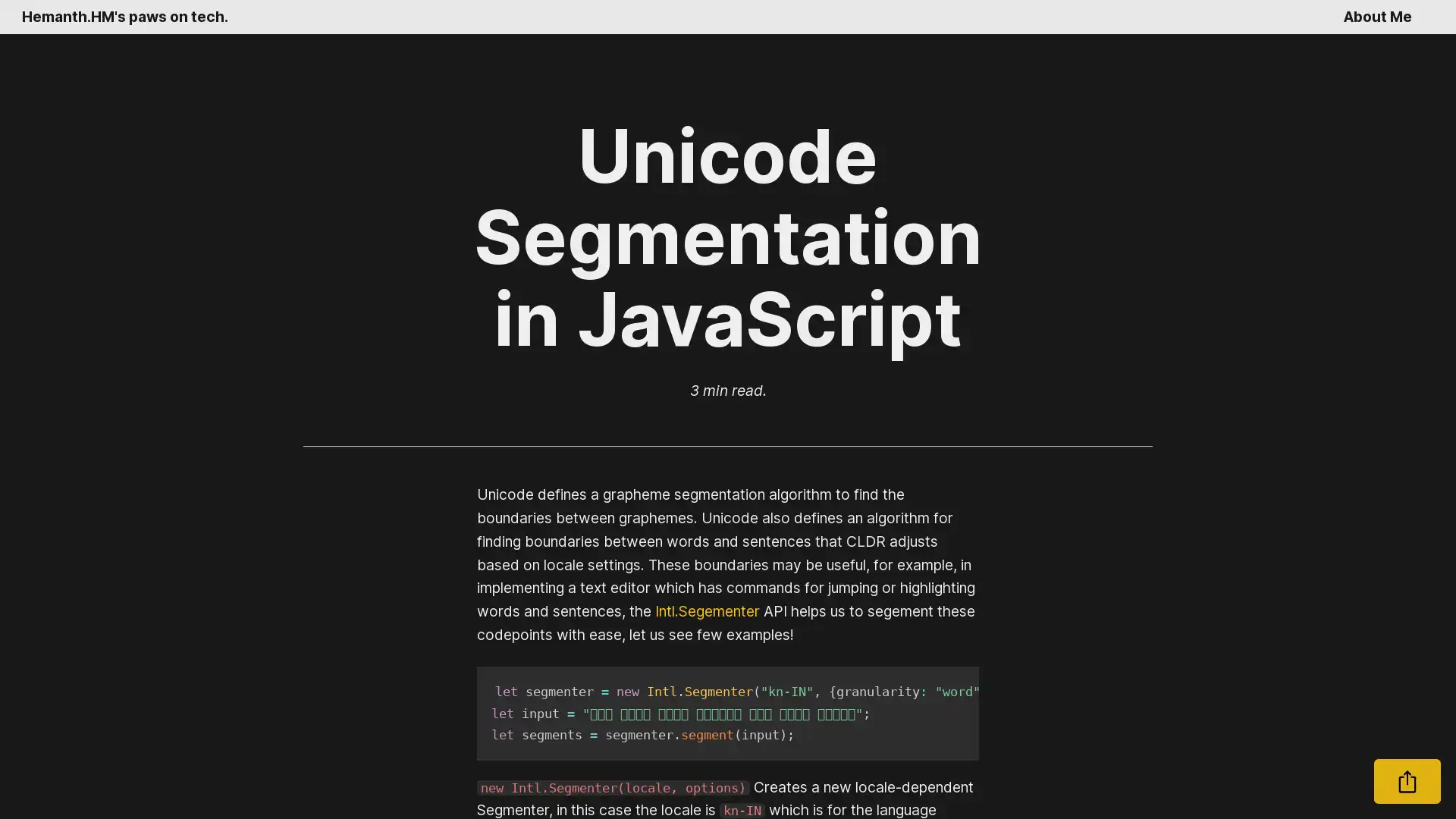 This screenshot has height=819, width=1456. I want to click on Share, so click(1407, 781).